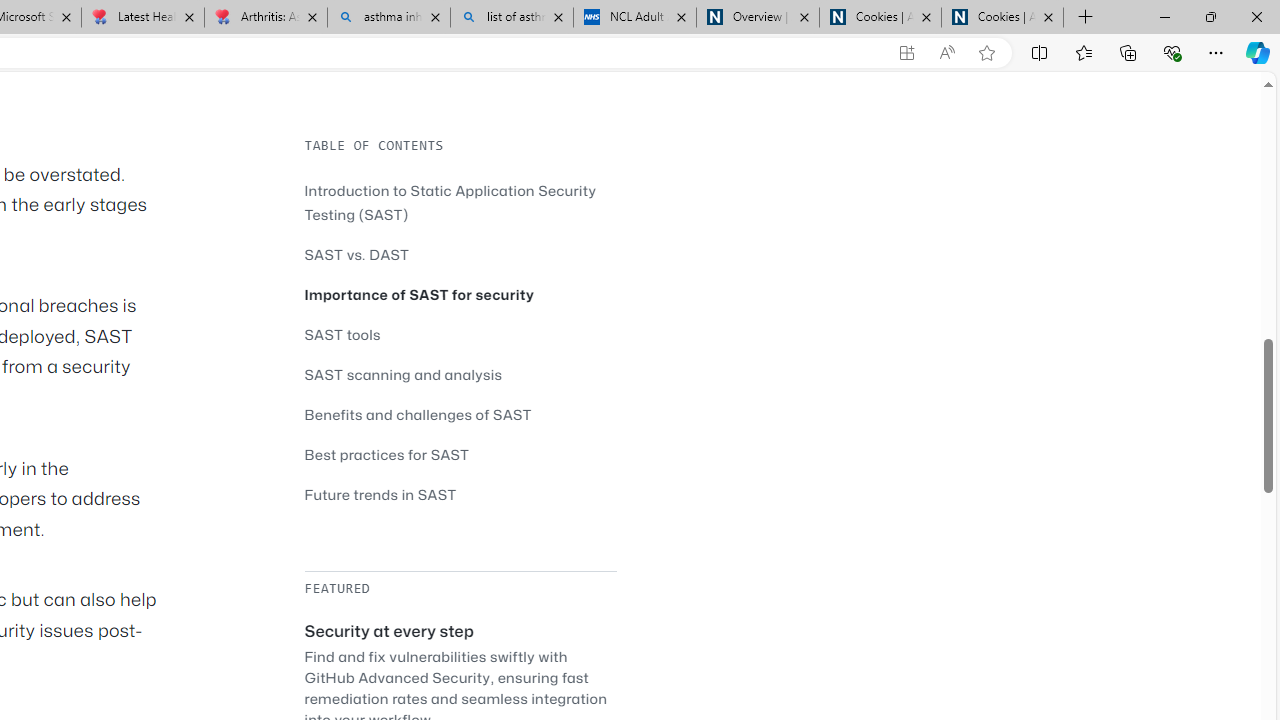 This screenshot has width=1280, height=720. Describe the element at coordinates (459, 454) in the screenshot. I see `'Best practices for SAST'` at that location.